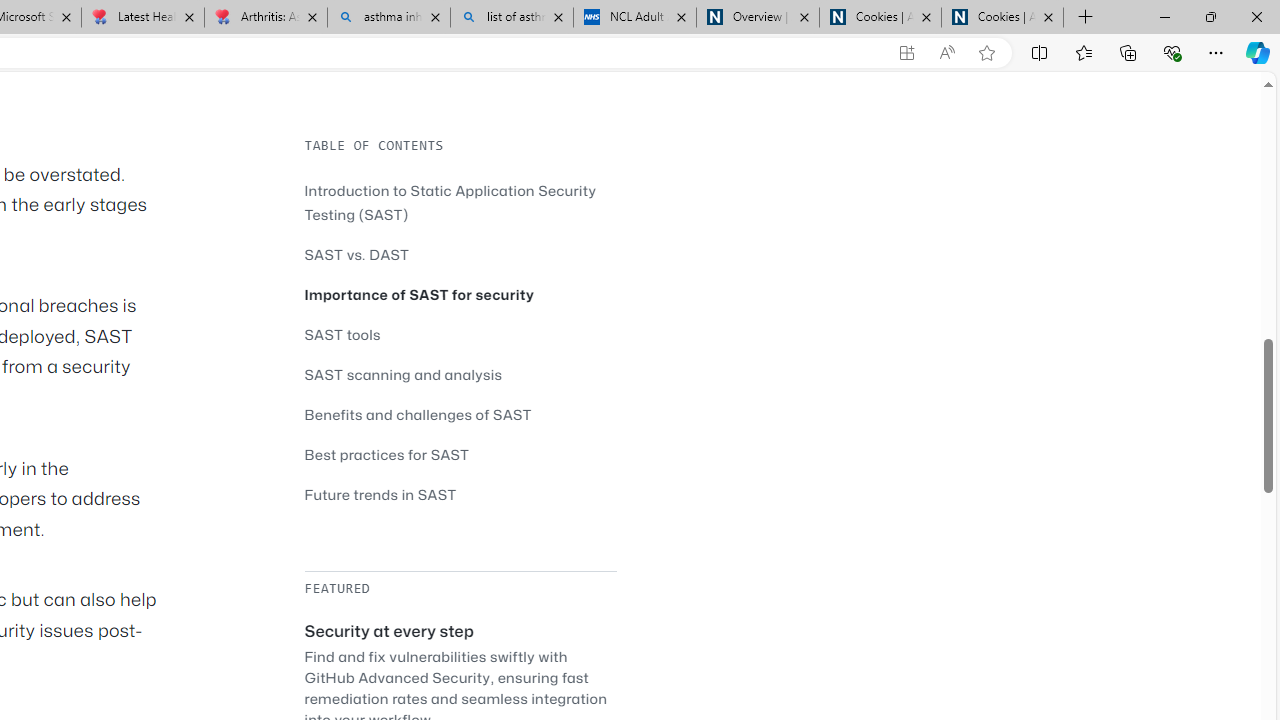 This screenshot has width=1280, height=720. Describe the element at coordinates (459, 454) in the screenshot. I see `'Best practices for SAST'` at that location.